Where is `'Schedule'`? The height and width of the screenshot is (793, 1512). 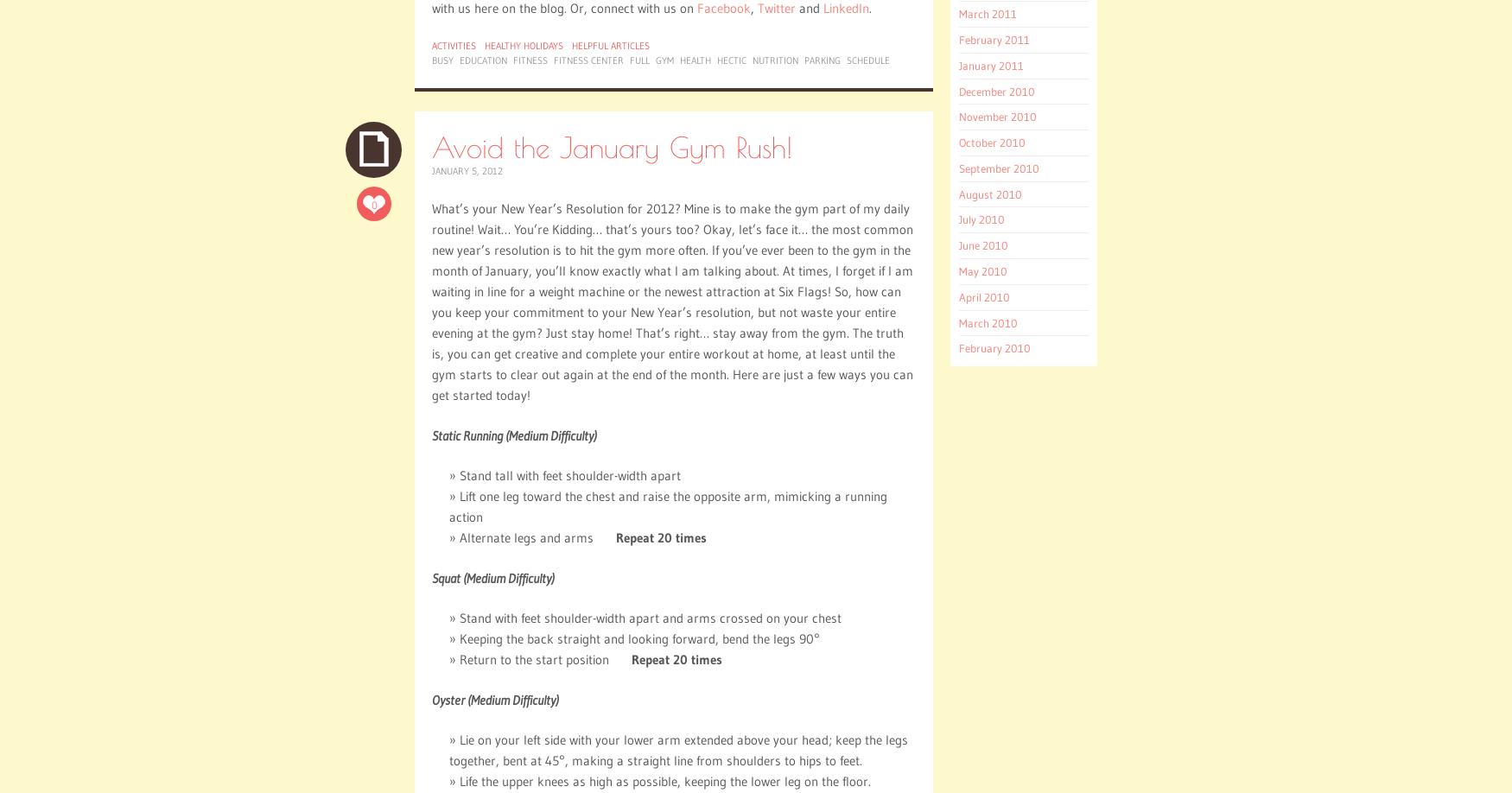
'Schedule' is located at coordinates (867, 60).